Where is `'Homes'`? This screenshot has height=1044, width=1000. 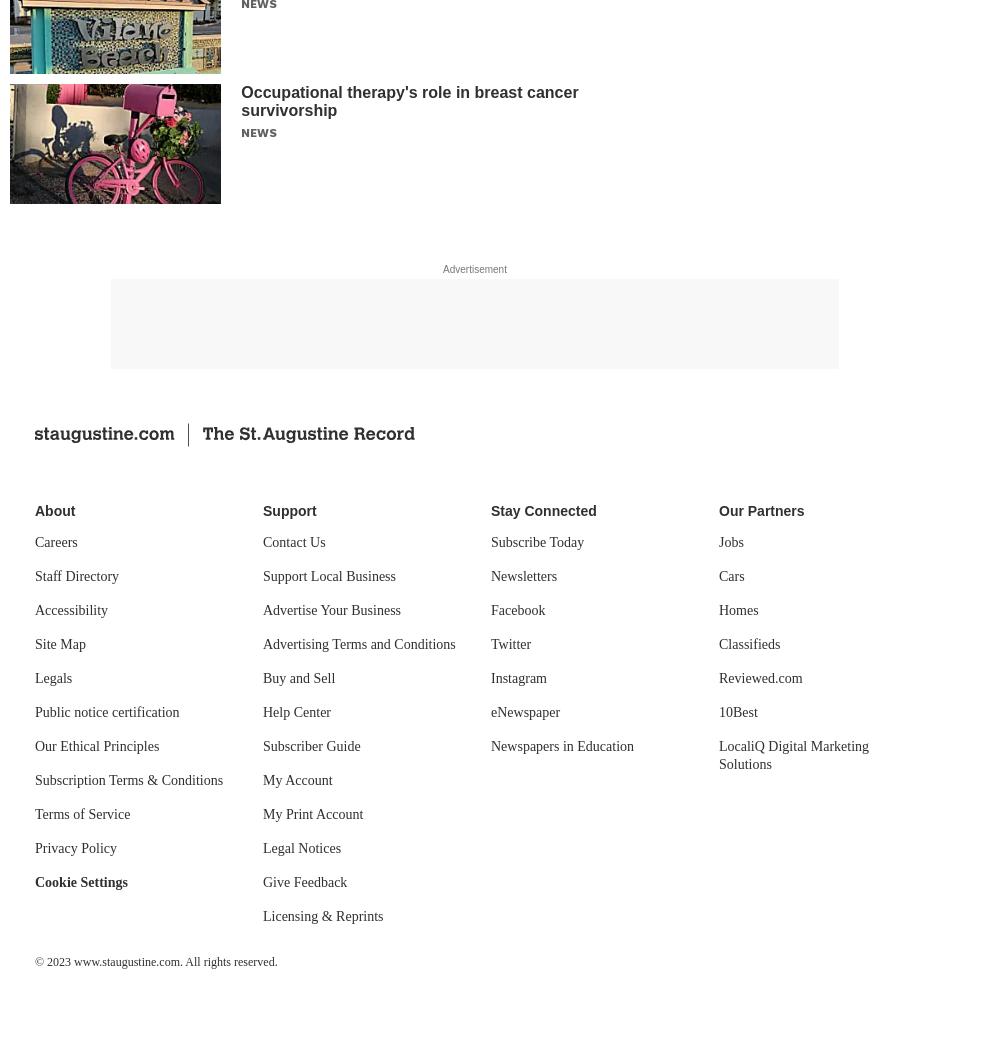
'Homes' is located at coordinates (737, 610).